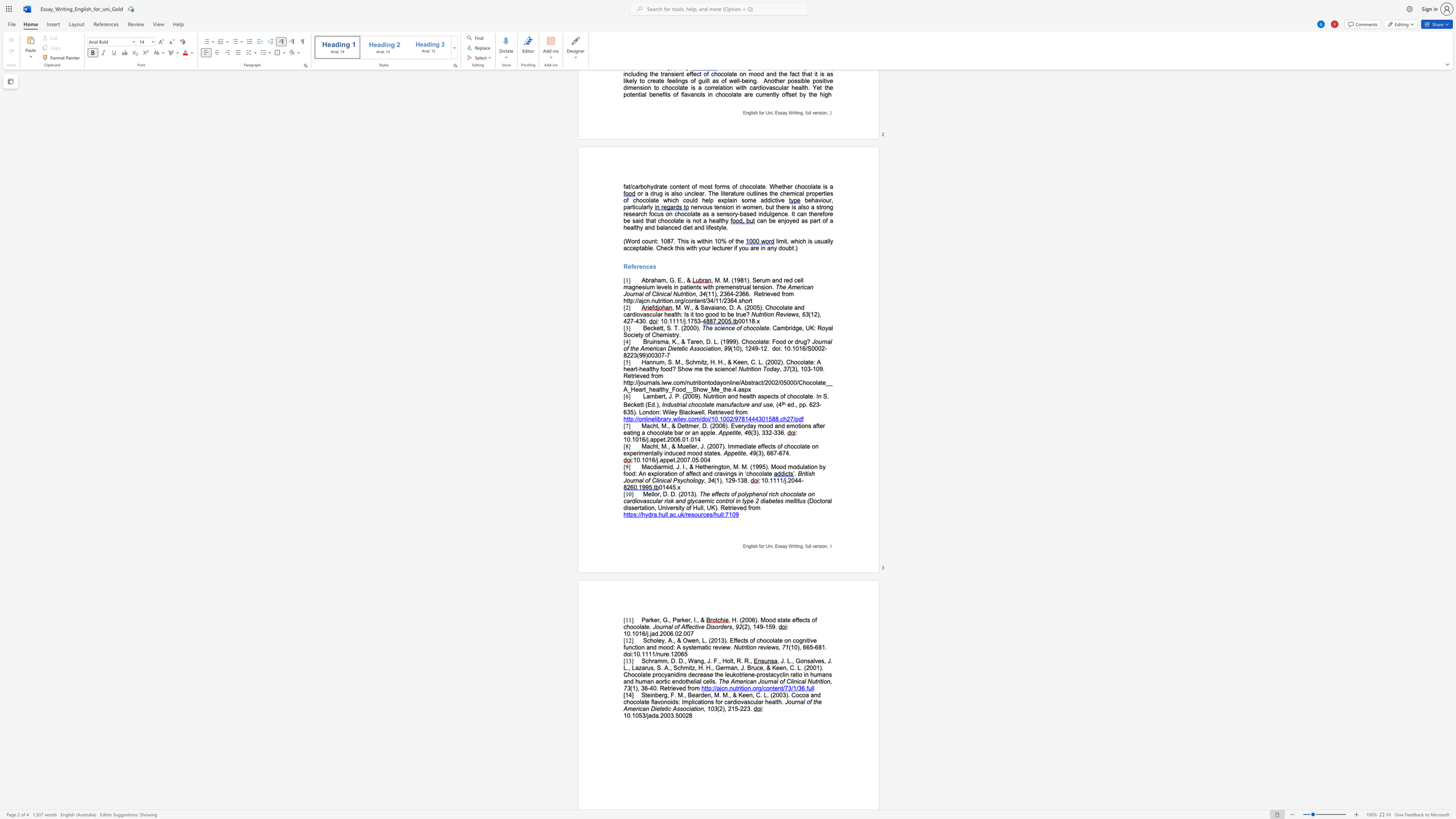 This screenshot has height=819, width=1456. Describe the element at coordinates (718, 708) in the screenshot. I see `the subset text "2), 215-" within the text "(2), 215-223."` at that location.